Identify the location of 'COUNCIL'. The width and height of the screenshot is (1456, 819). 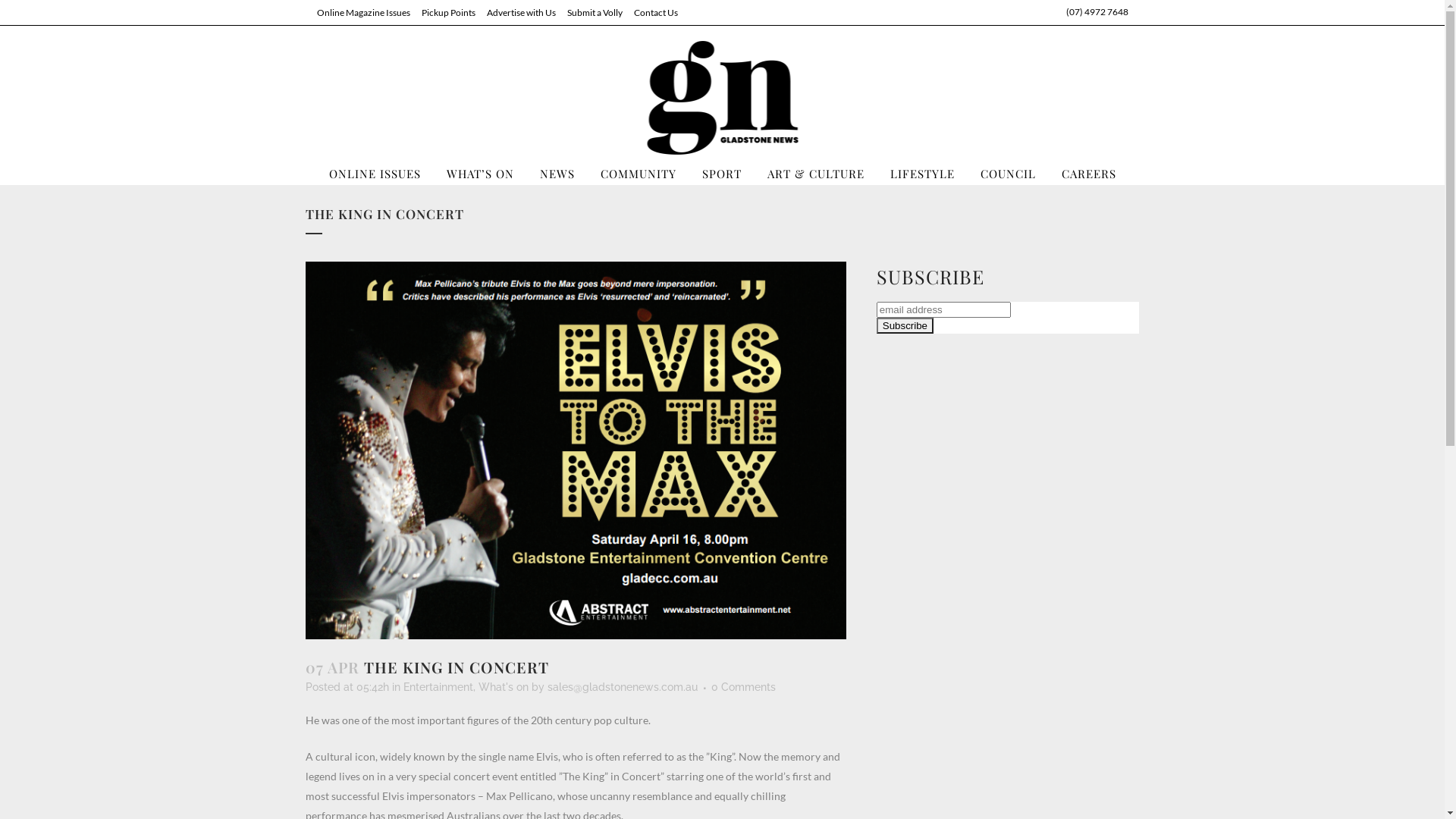
(1008, 172).